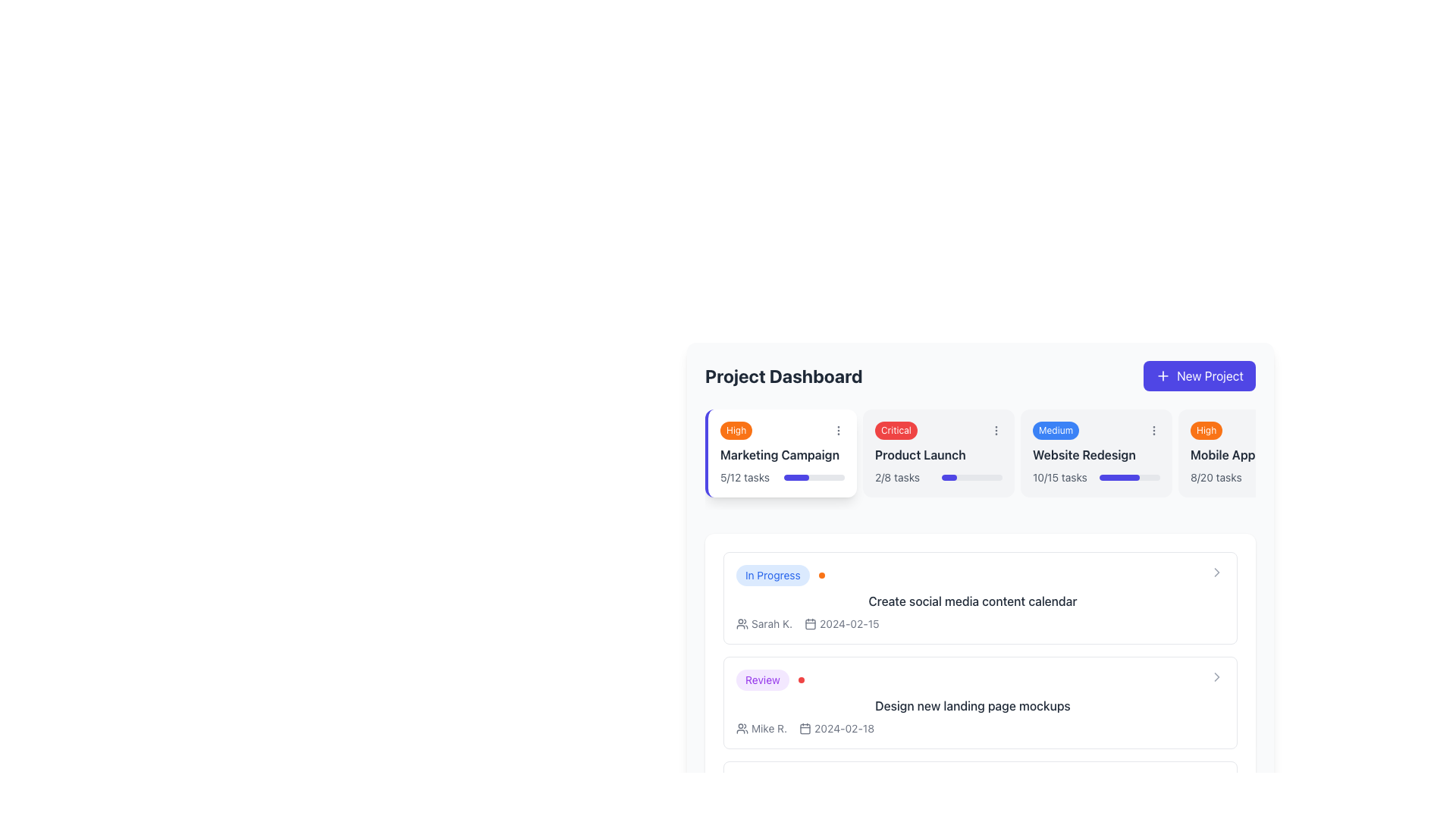 This screenshot has height=819, width=1456. What do you see at coordinates (769, 727) in the screenshot?
I see `the user name text label located near the bottom section of a list item in the project dashboard under the 'Review' status, positioned to the right of the user icon` at bounding box center [769, 727].